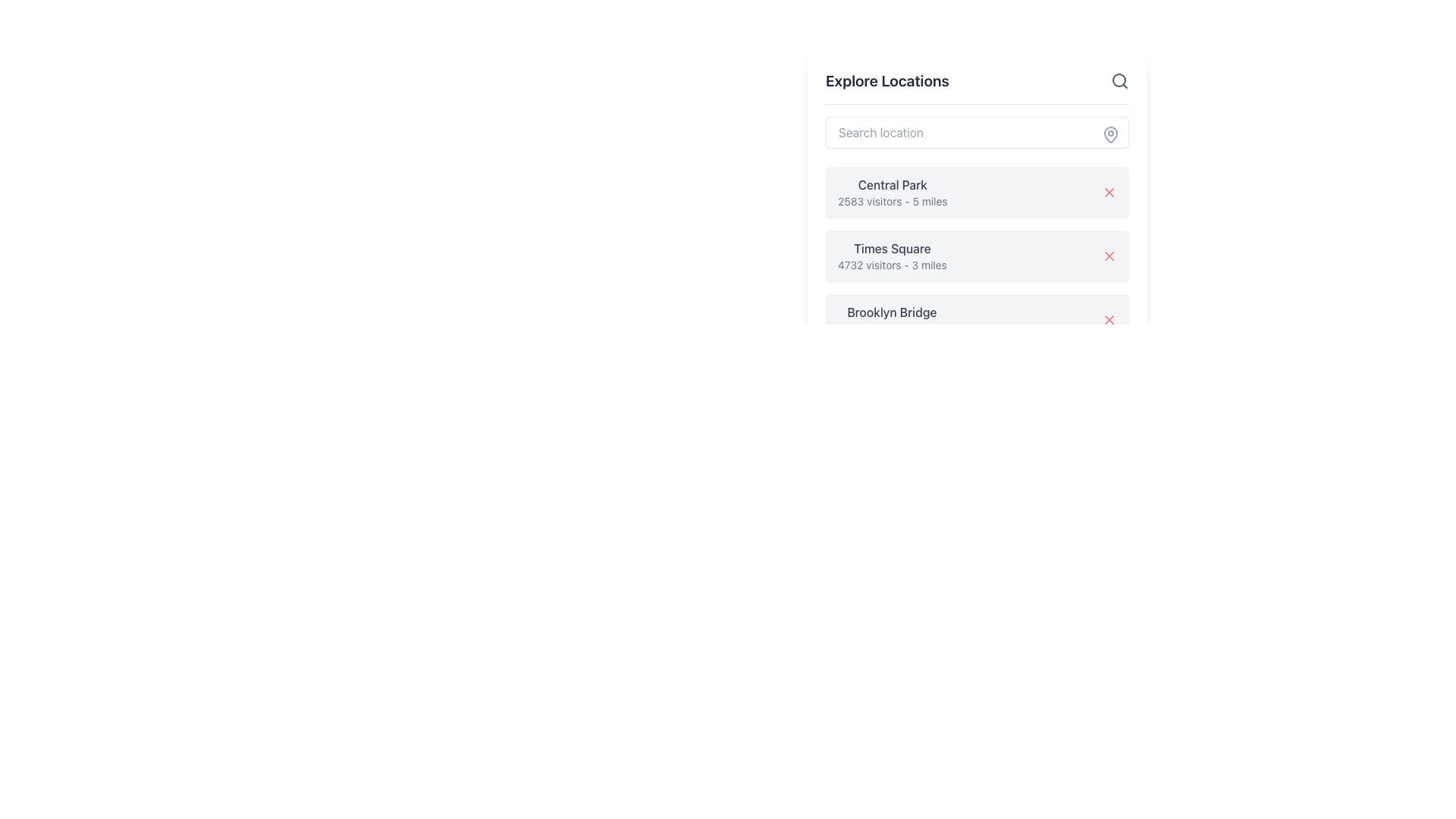  Describe the element at coordinates (892, 265) in the screenshot. I see `the text label displaying '4732 visitors - 3 miles' located below the 'Times Square' title in the card section` at that location.